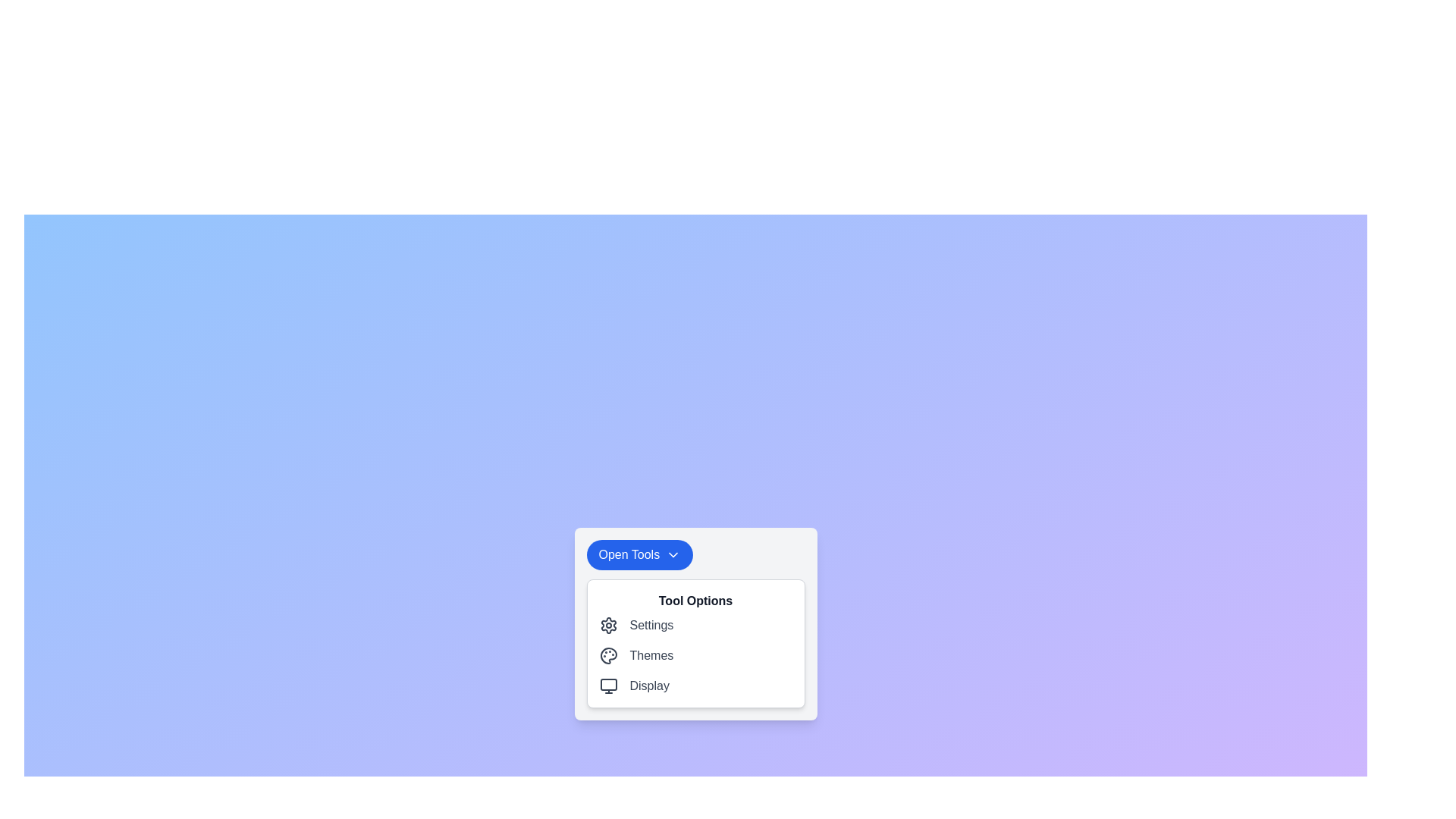  I want to click on the second row option labeled 'Themes' within the list menu, so click(695, 654).